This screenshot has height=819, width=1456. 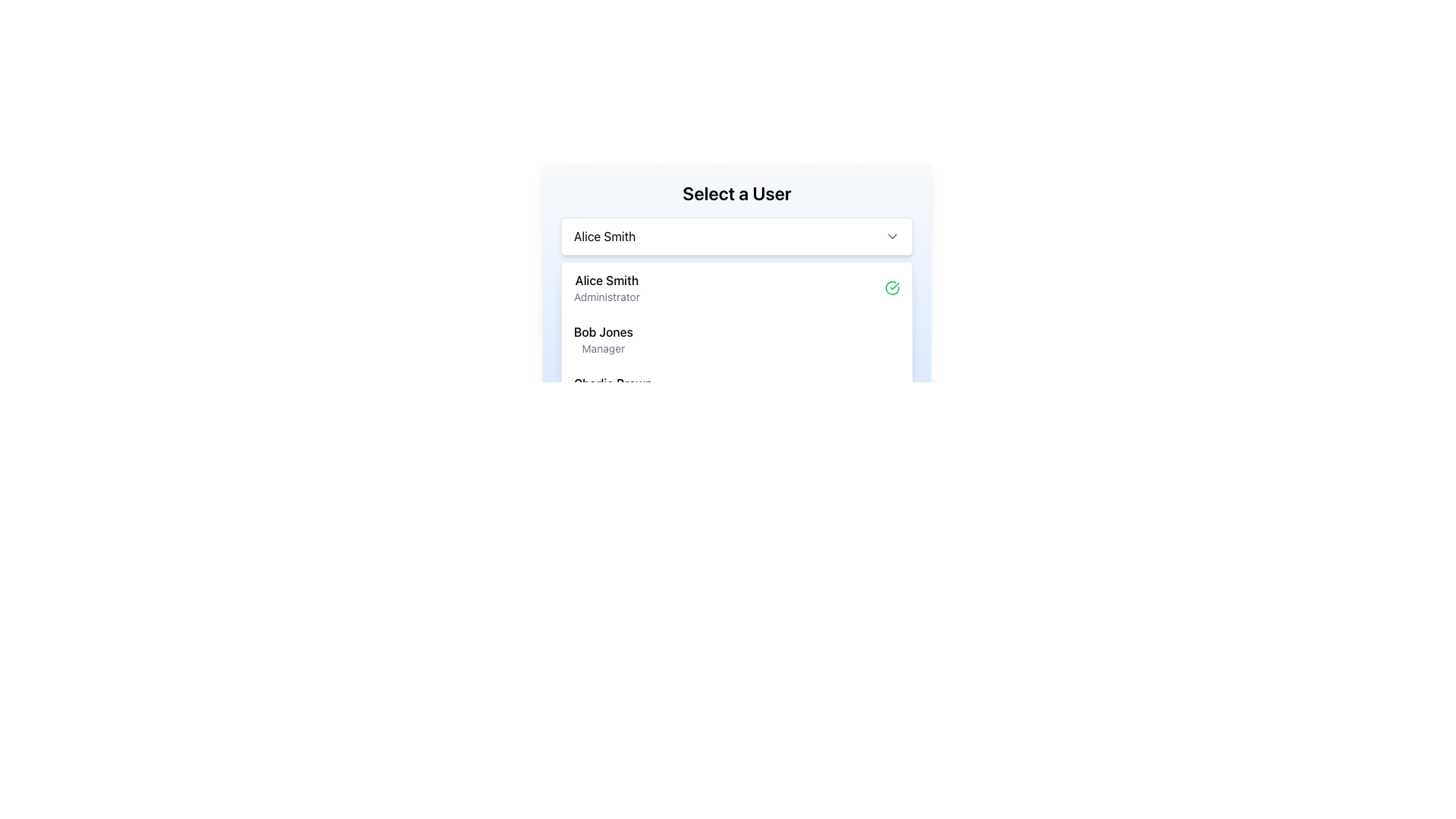 I want to click on the Downward Chevron Icon located at the right-hand side of the dropdown input field containing 'Alice Smith', so click(x=892, y=237).